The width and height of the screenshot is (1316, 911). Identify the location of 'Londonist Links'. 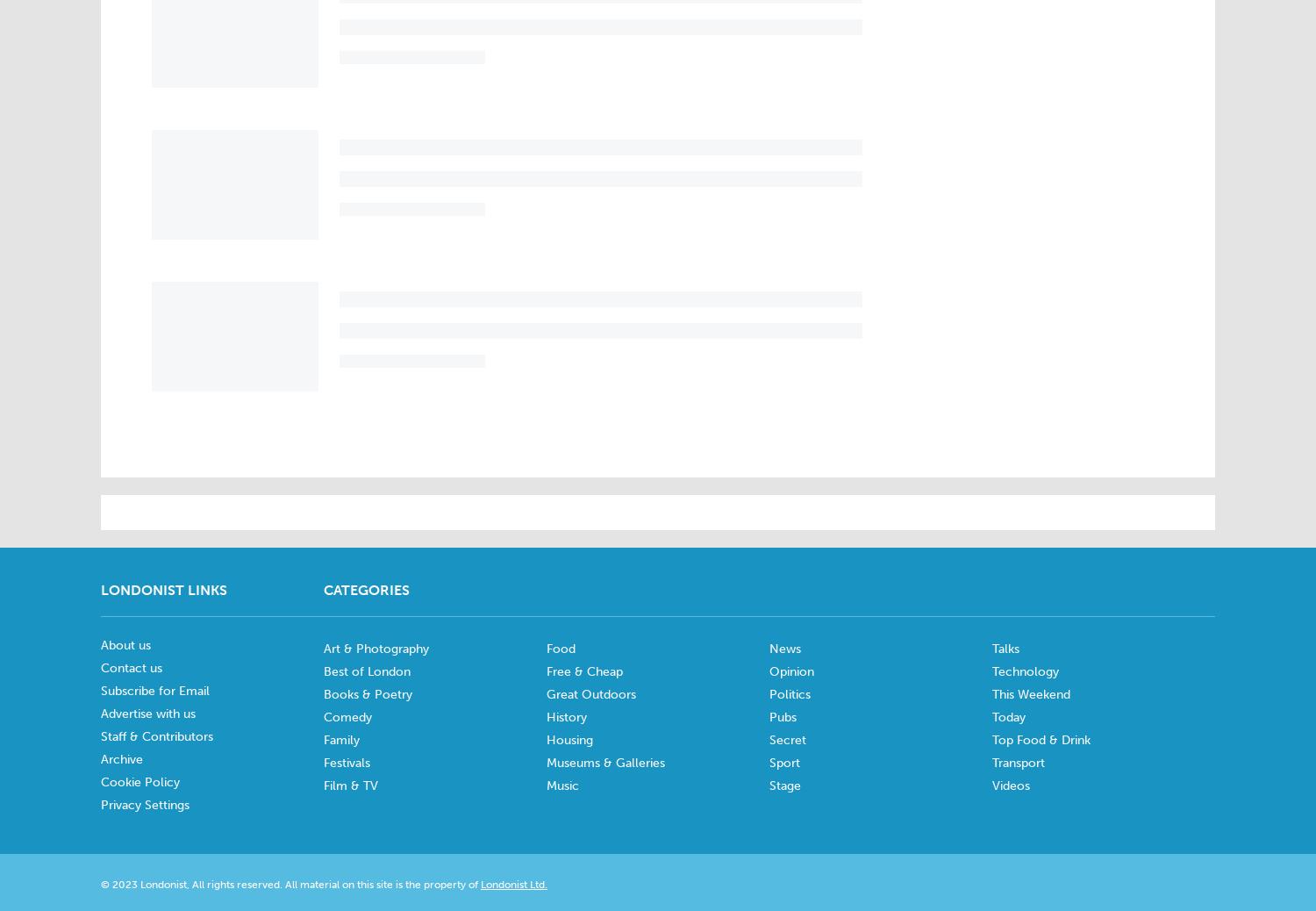
(100, 589).